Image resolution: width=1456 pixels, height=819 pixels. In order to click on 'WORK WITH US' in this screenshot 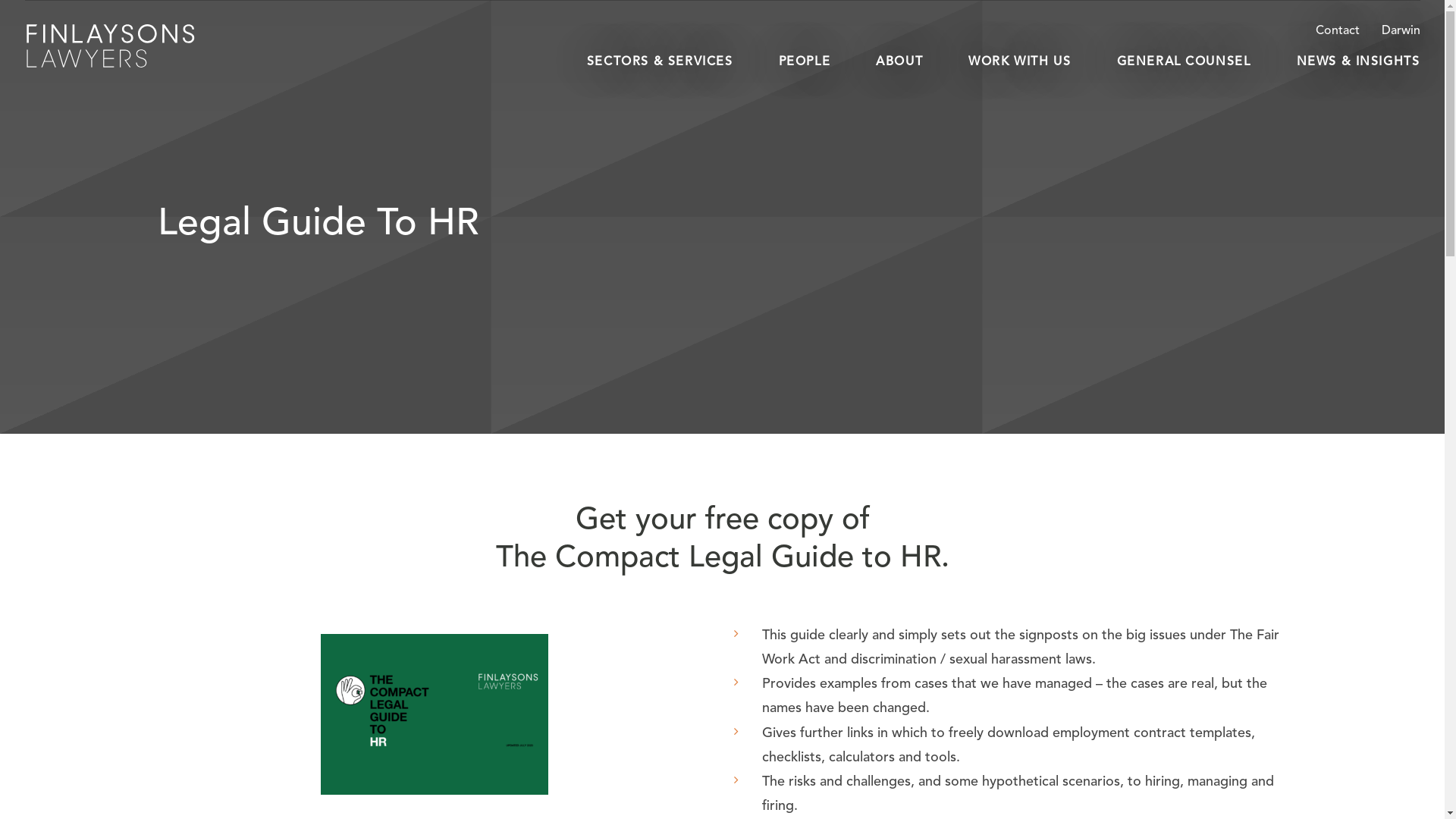, I will do `click(1019, 61)`.